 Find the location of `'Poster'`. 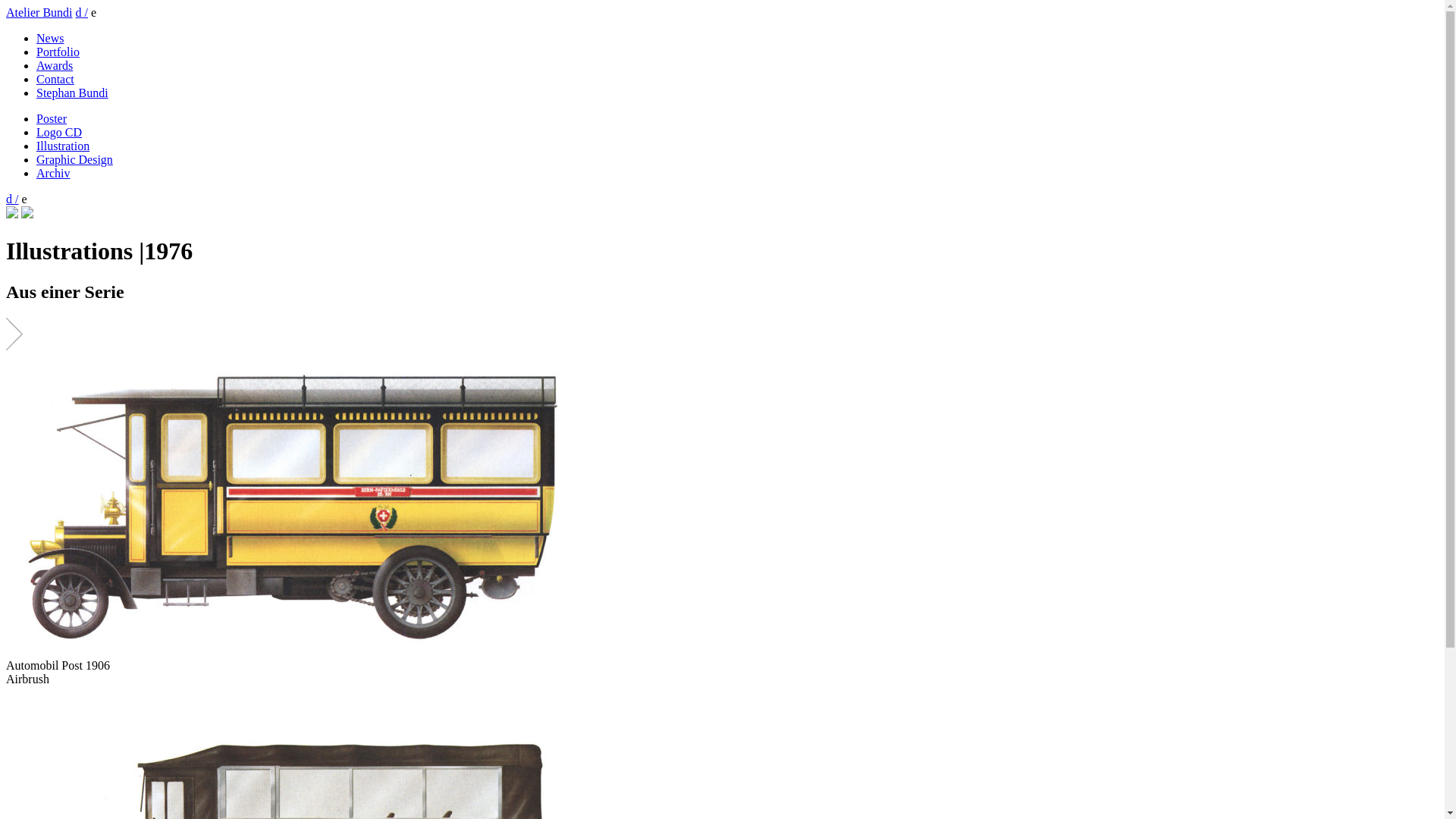

'Poster' is located at coordinates (51, 118).